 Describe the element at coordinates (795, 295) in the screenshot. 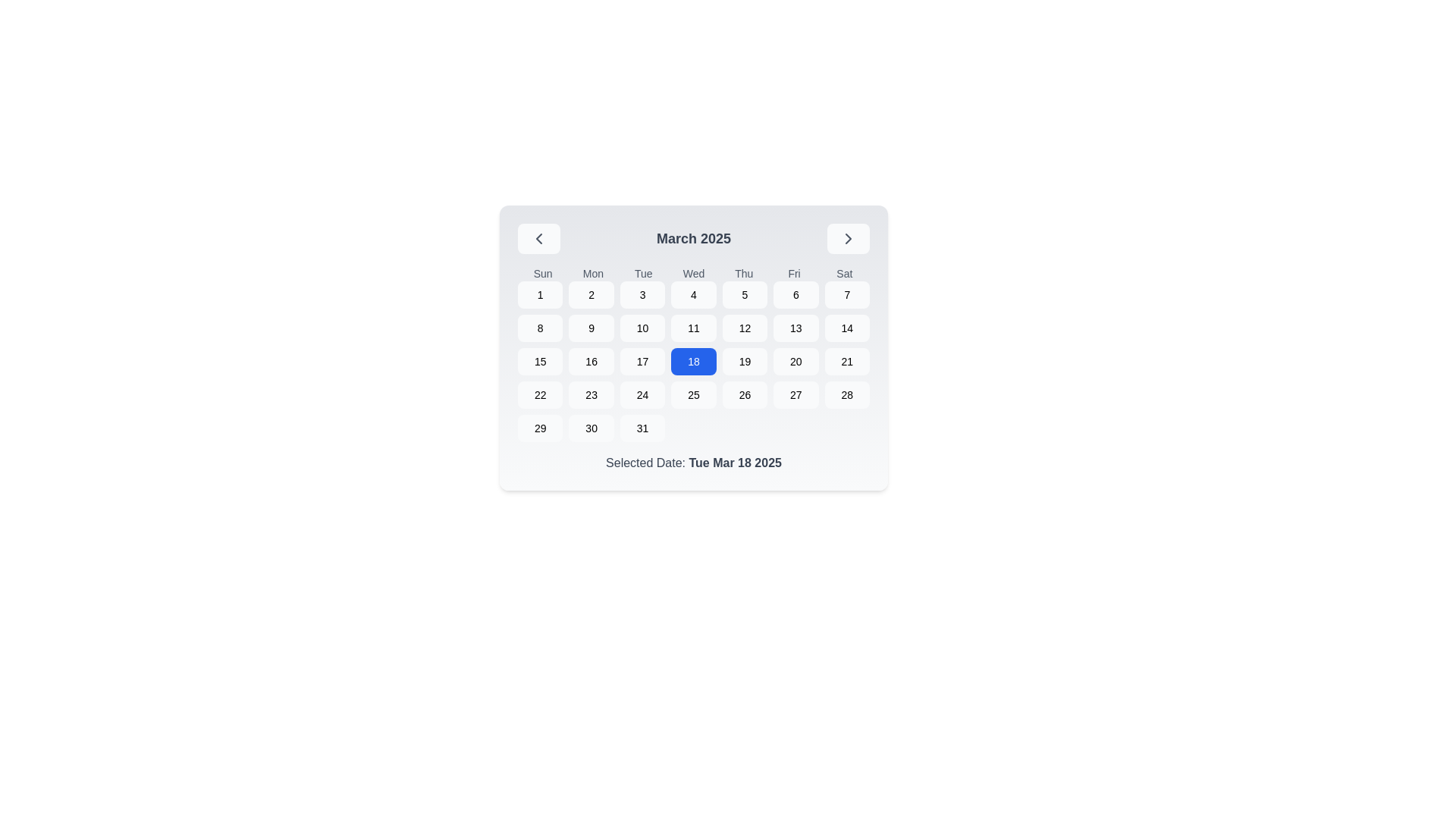

I see `the button labeled '6', which is a rectangular button with rounded corners and a light gray background that turns blue on hover` at that location.